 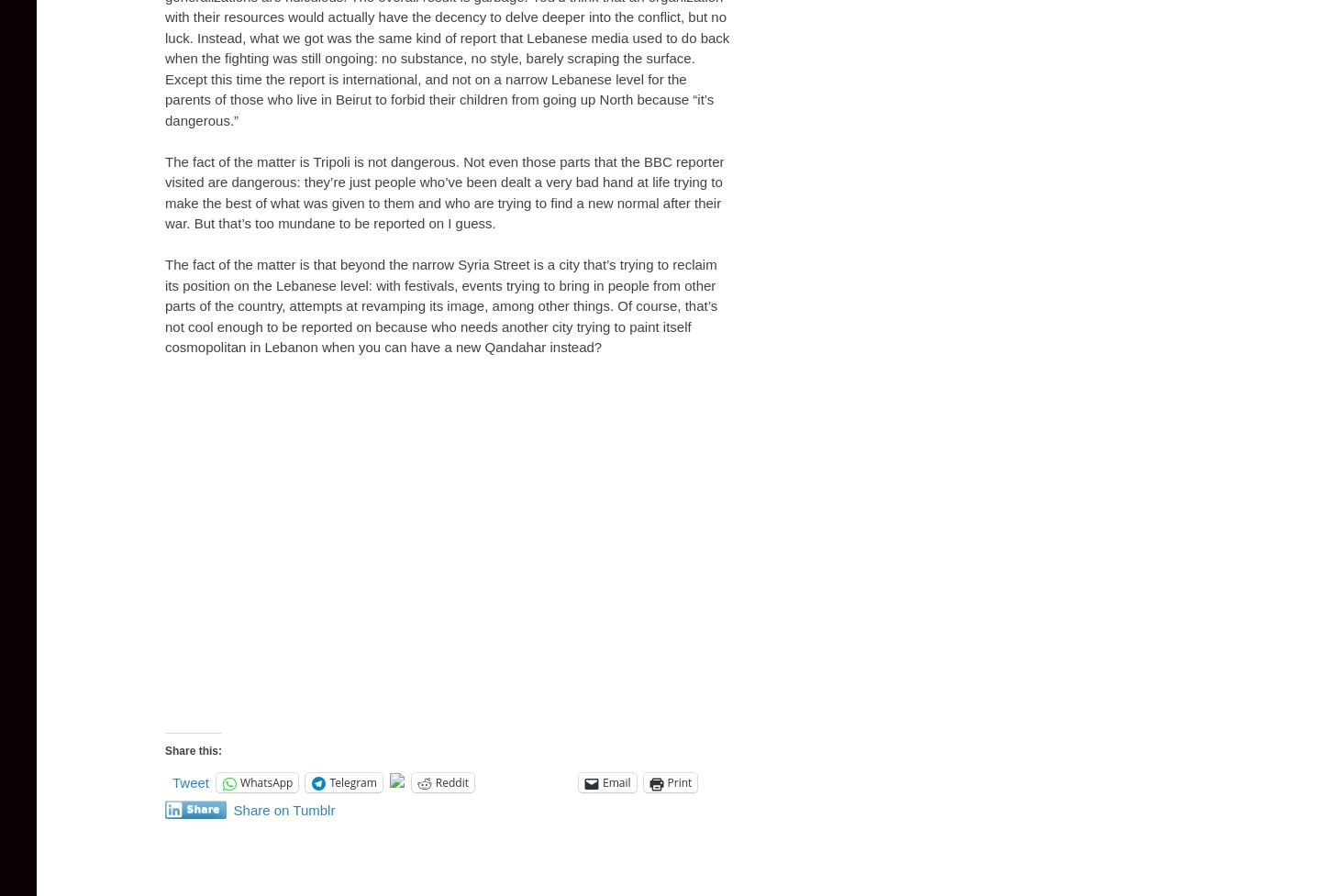 I want to click on 'Telegram', so click(x=328, y=781).